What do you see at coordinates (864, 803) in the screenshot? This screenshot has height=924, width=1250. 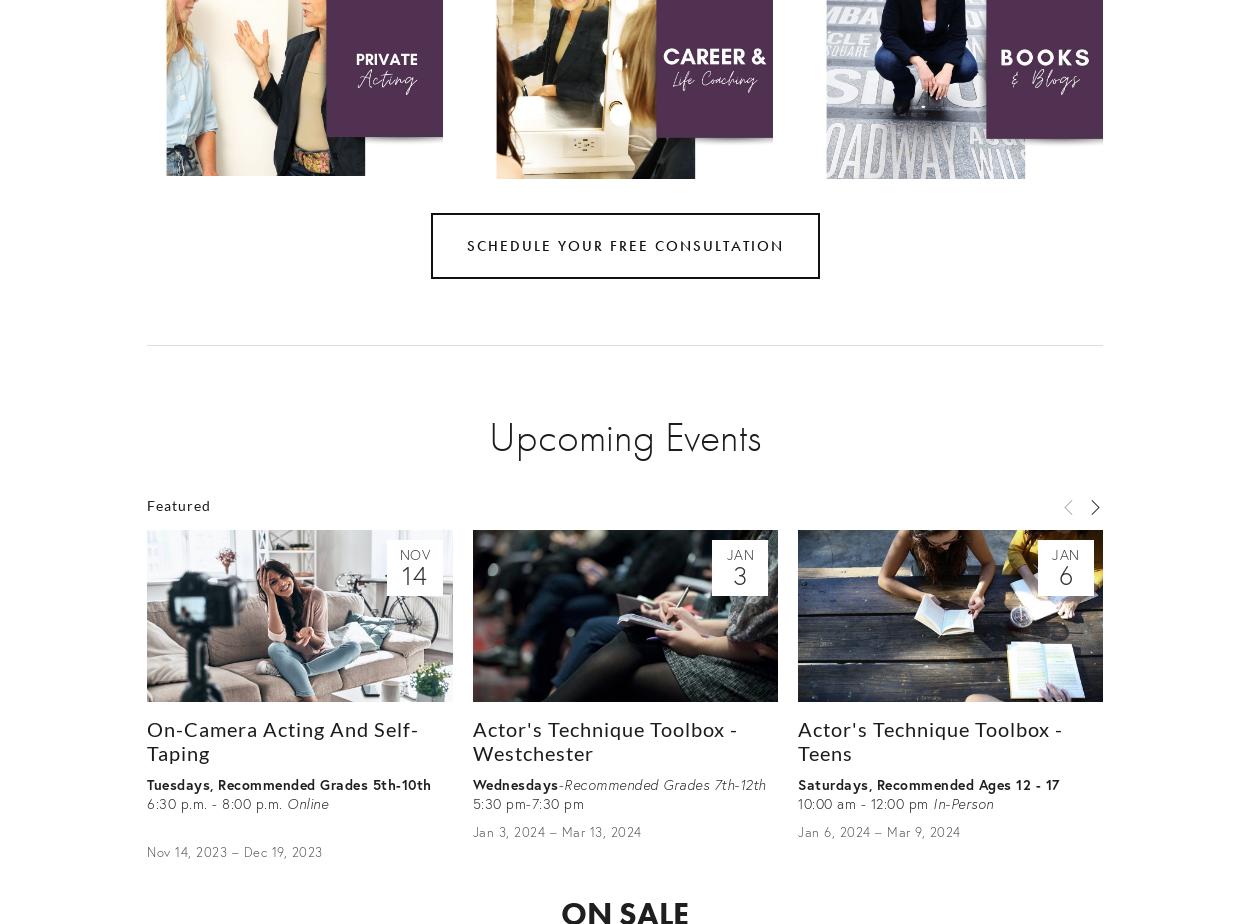 I see `'10:00 am - 12:00 pm'` at bounding box center [864, 803].